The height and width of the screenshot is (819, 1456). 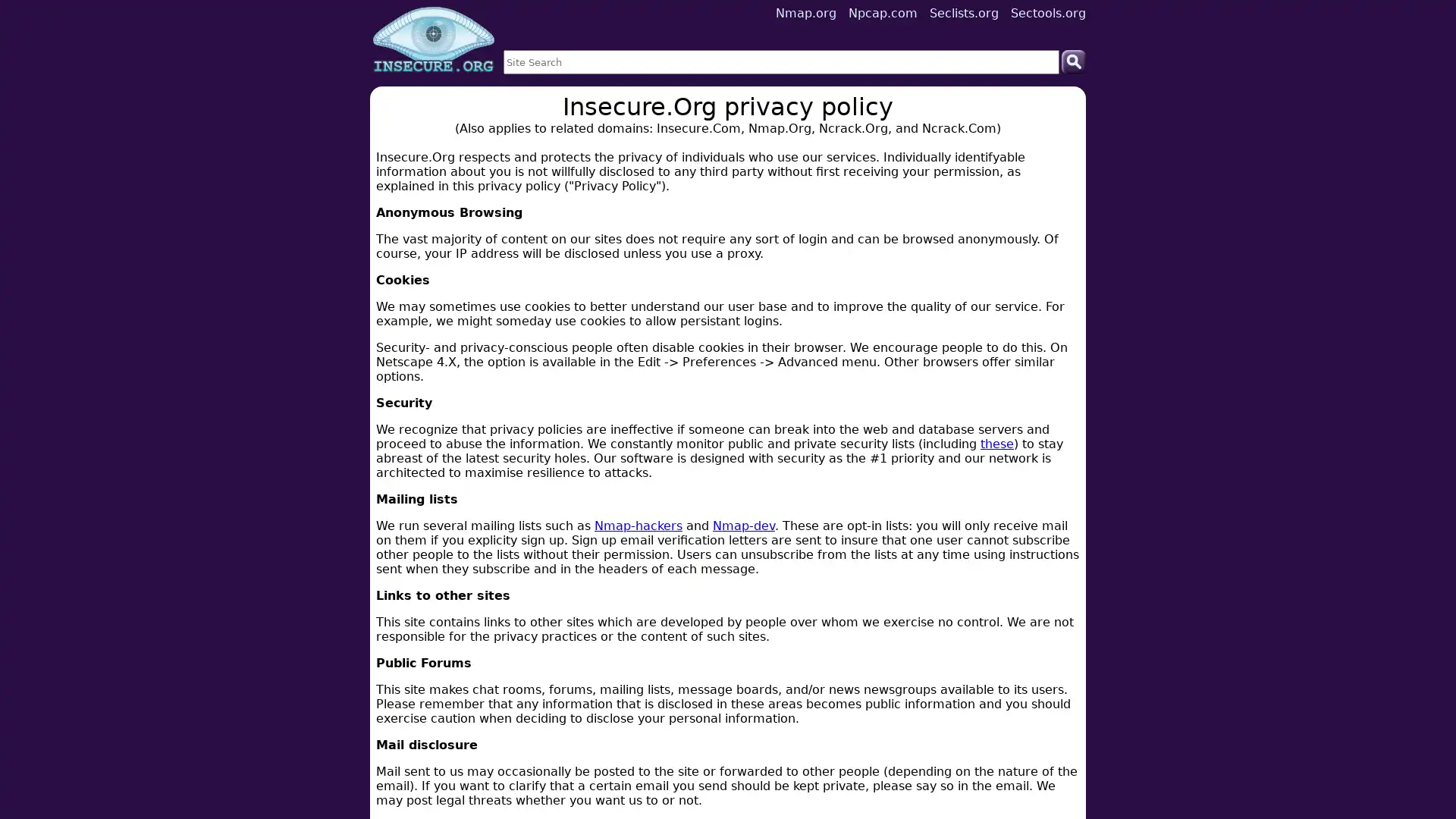 I want to click on Search, so click(x=1073, y=61).